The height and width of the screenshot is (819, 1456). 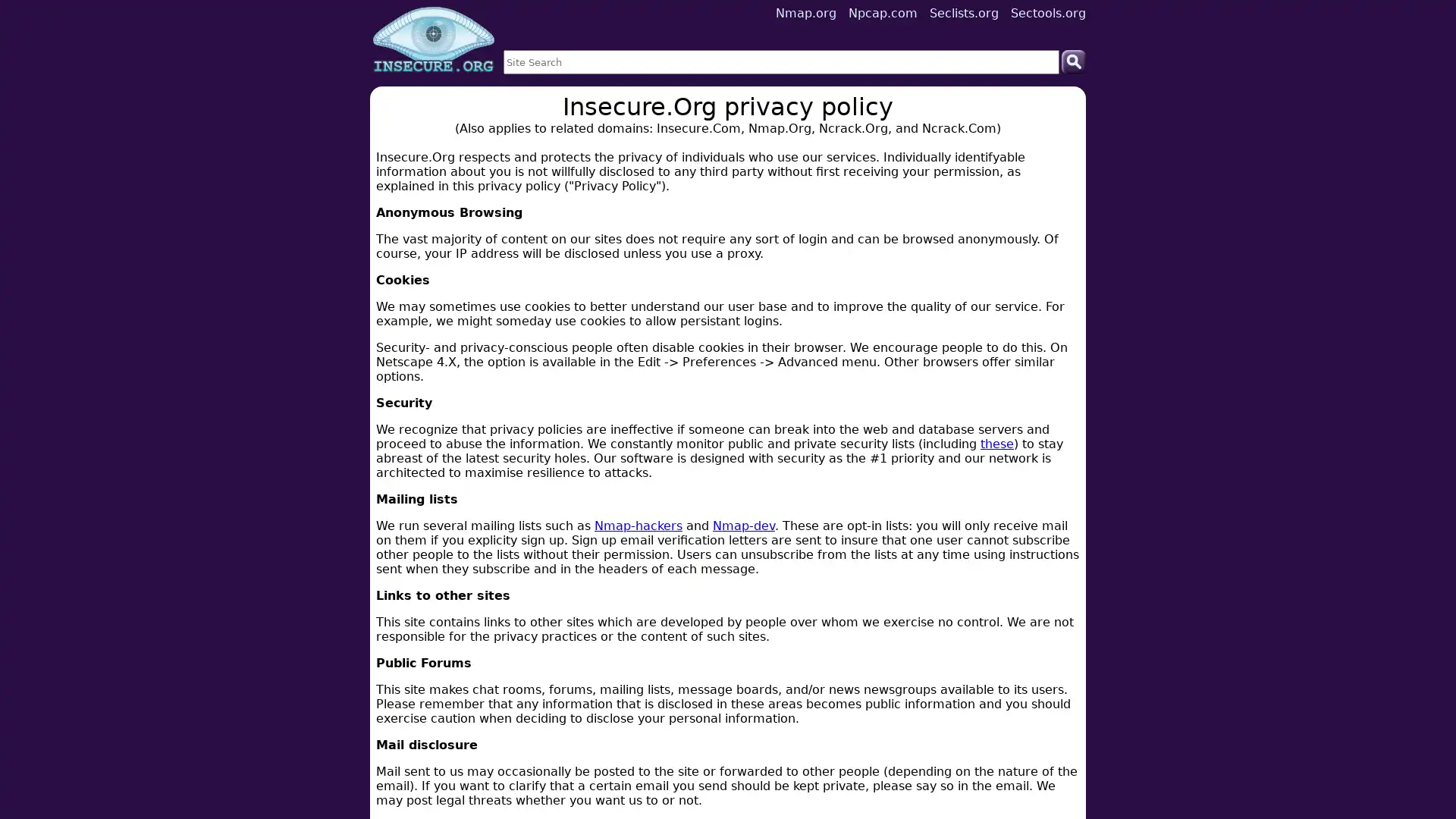 I want to click on Search, so click(x=1073, y=61).